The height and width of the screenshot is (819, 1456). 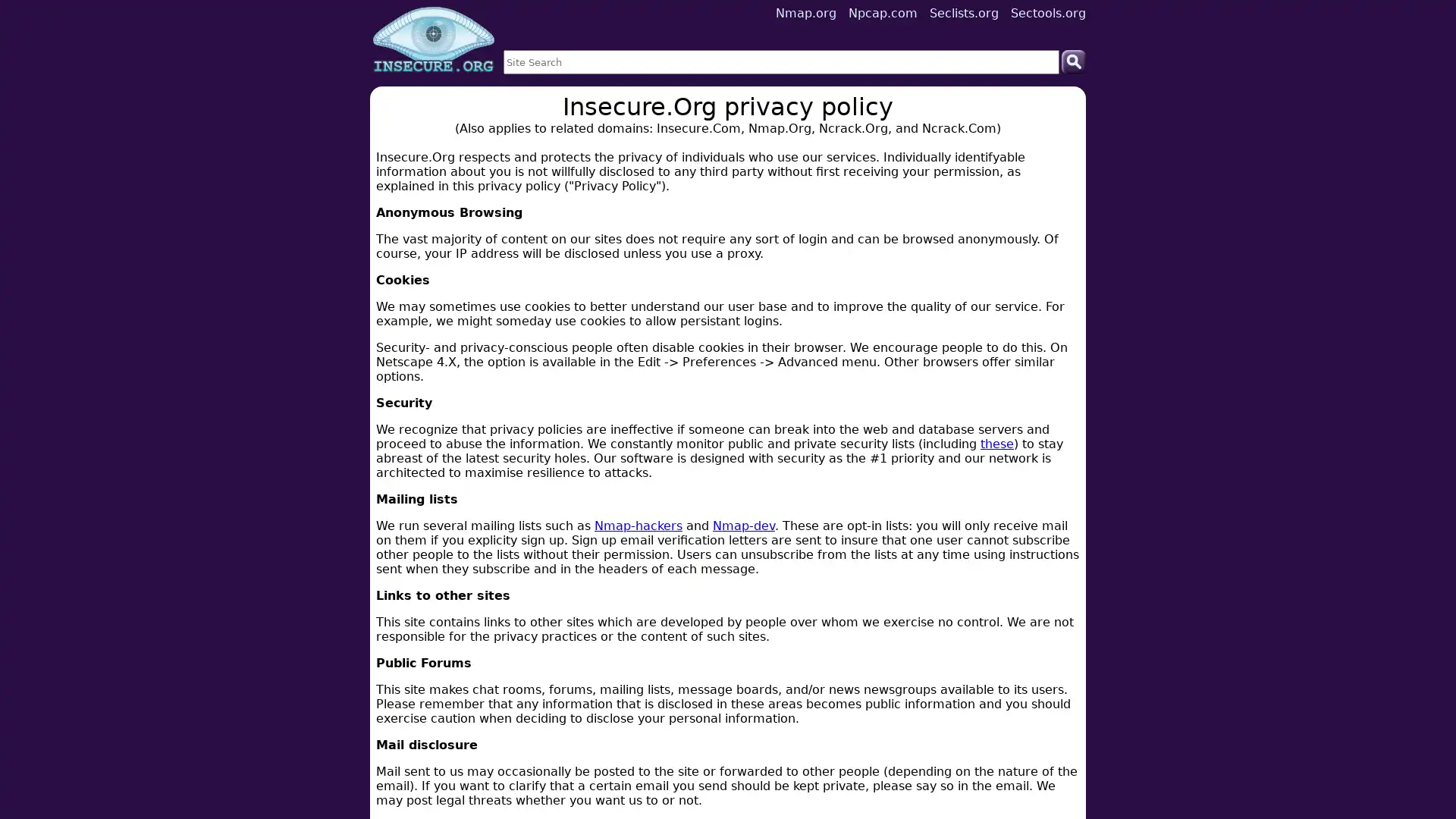 I want to click on Search, so click(x=1073, y=61).